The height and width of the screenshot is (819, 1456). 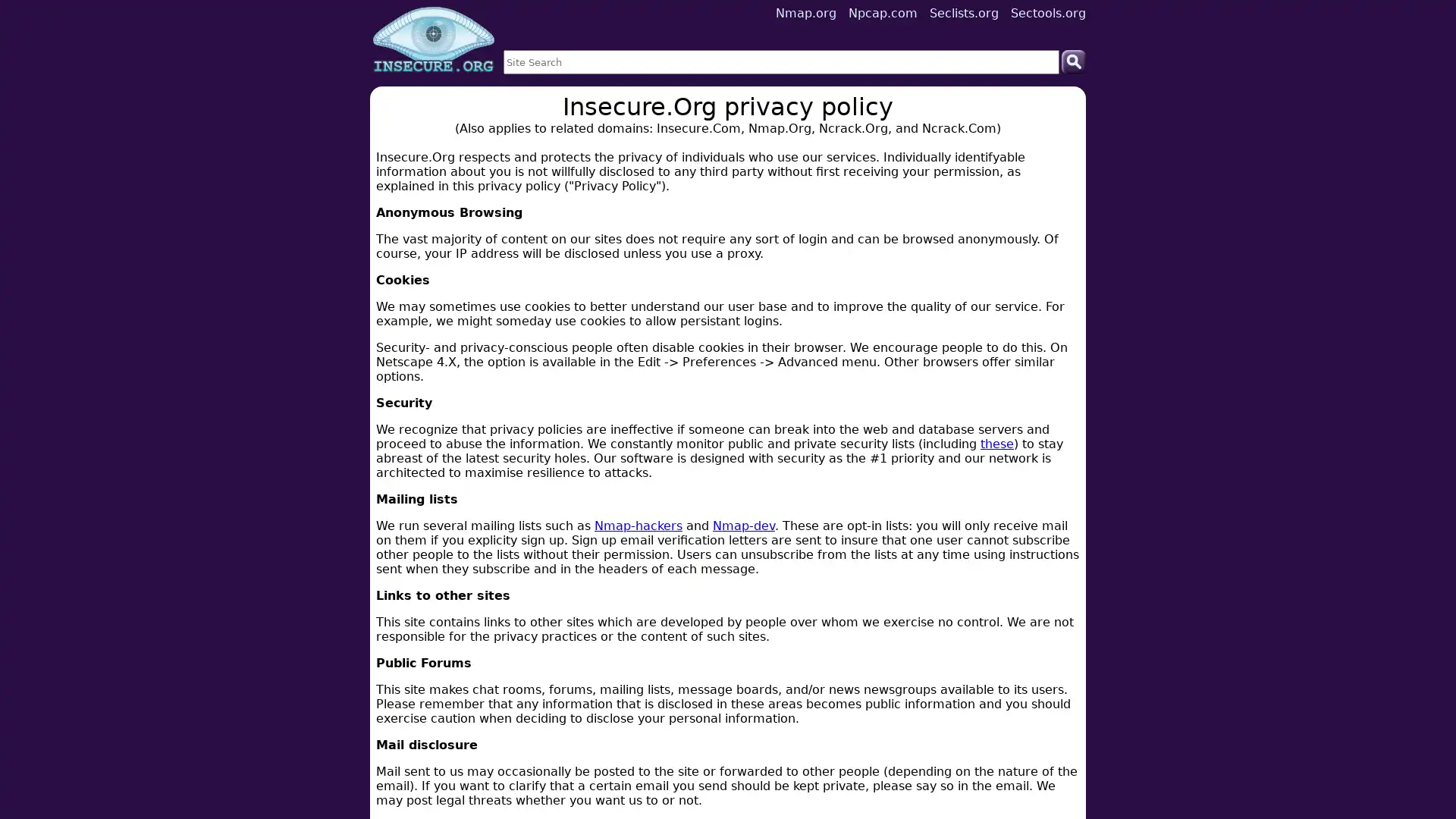 I want to click on Search, so click(x=1073, y=61).